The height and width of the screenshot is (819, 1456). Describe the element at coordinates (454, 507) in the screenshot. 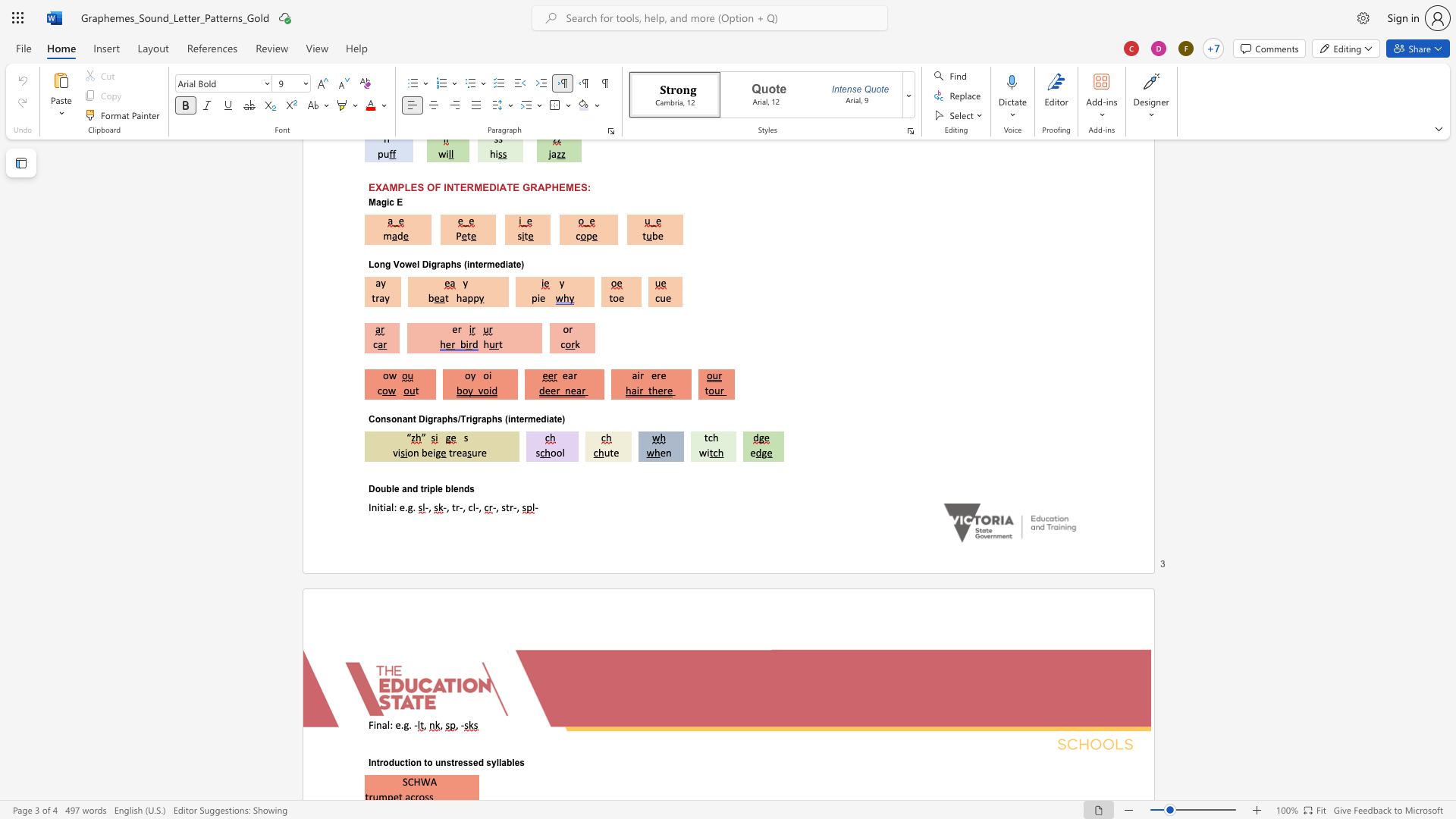

I see `the space between the continuous character "t" and "r" in the text` at that location.